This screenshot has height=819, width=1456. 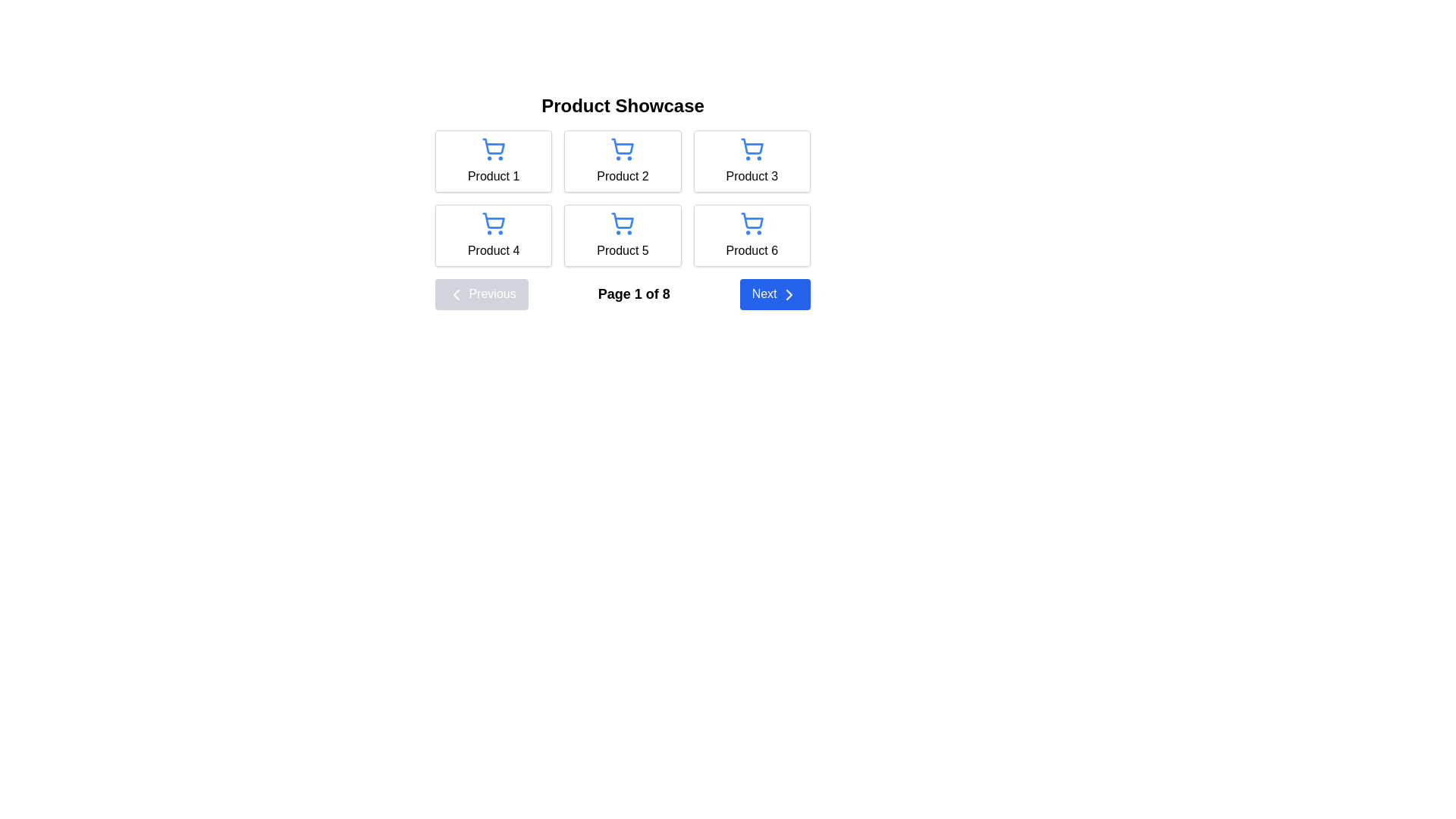 What do you see at coordinates (623, 149) in the screenshot?
I see `the blue shopping cart icon located in the card labeled 'Product 2', positioned in the top middle of the grid layout` at bounding box center [623, 149].